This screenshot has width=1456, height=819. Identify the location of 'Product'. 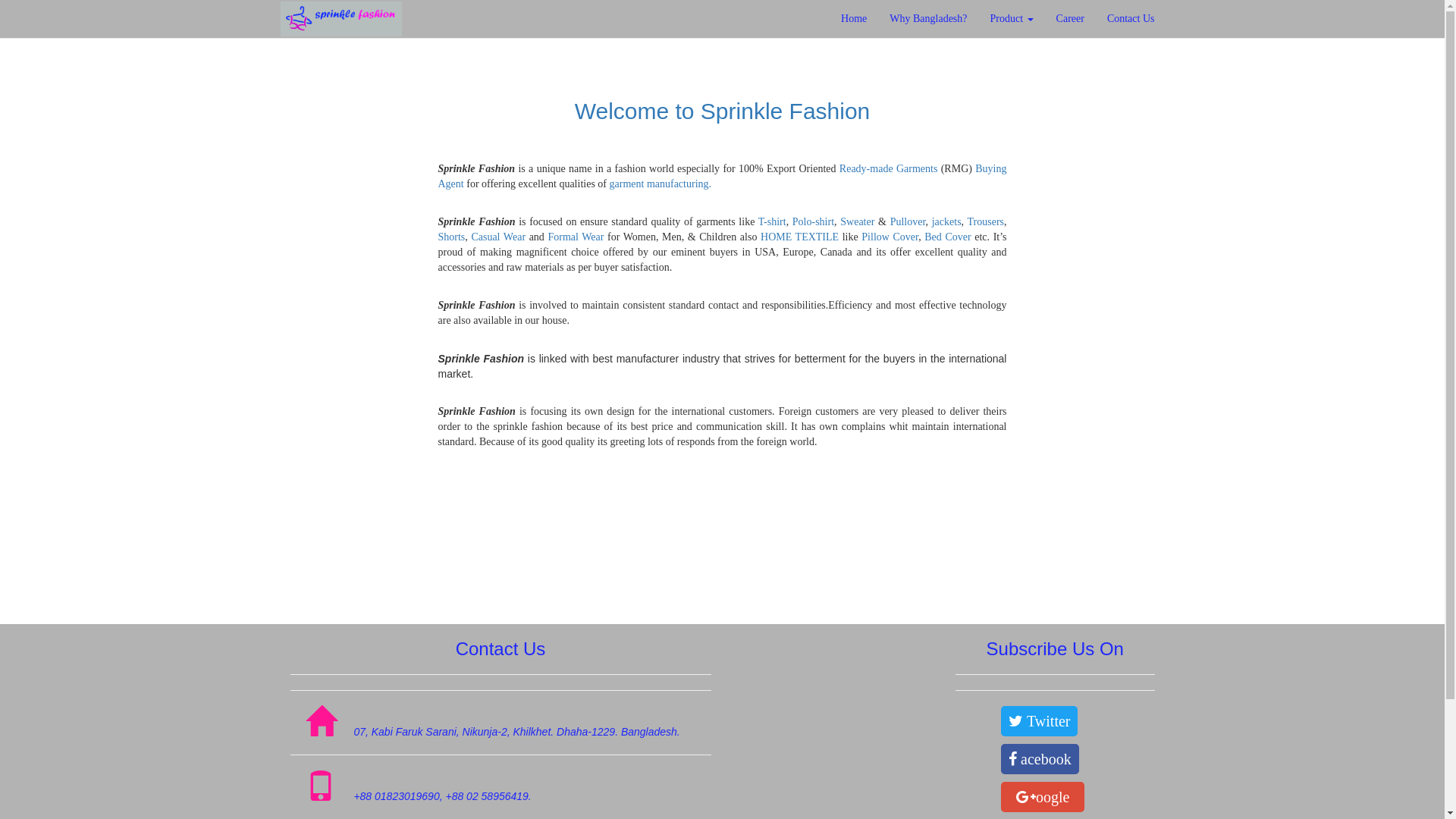
(979, 18).